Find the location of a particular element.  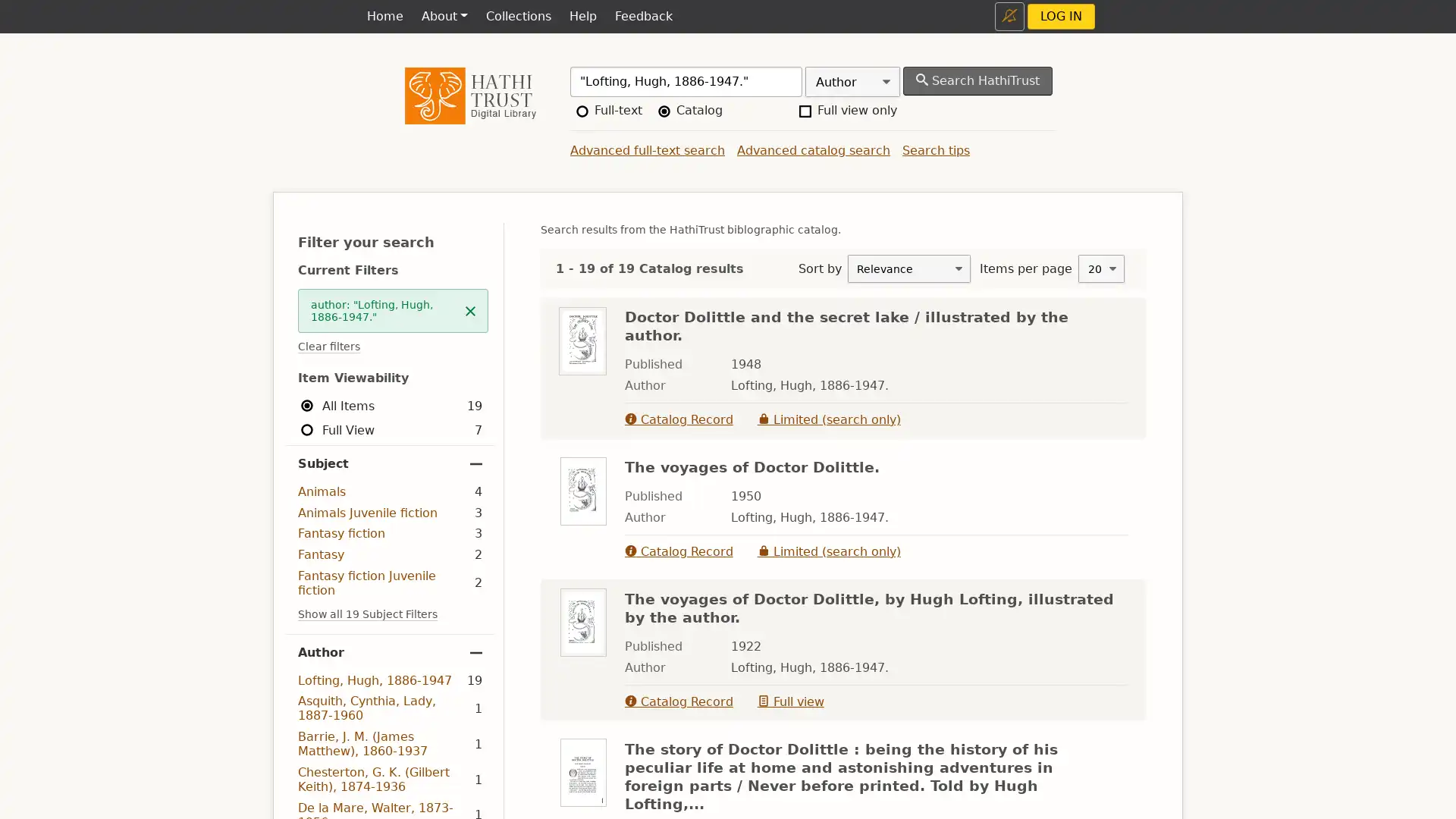

Clear filters is located at coordinates (328, 347).